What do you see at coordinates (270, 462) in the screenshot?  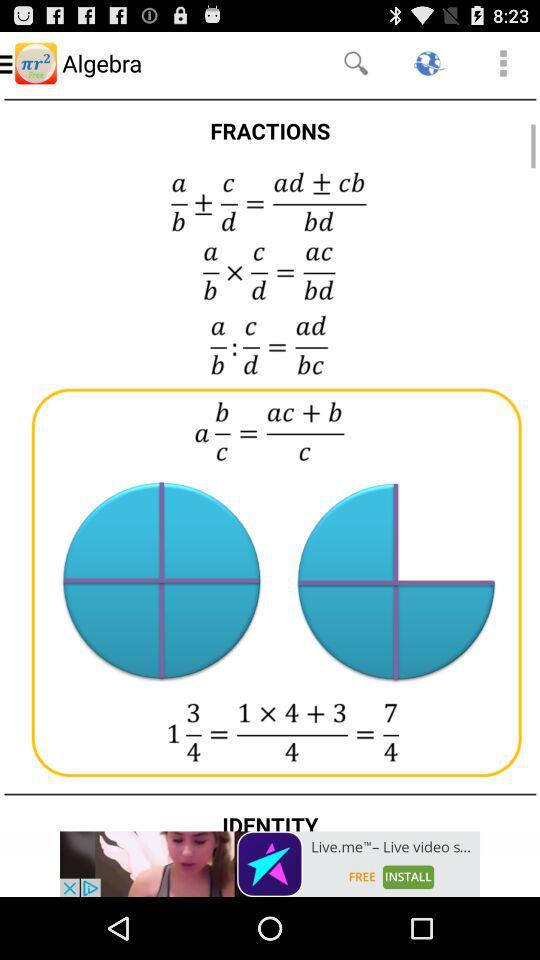 I see `formula page` at bounding box center [270, 462].